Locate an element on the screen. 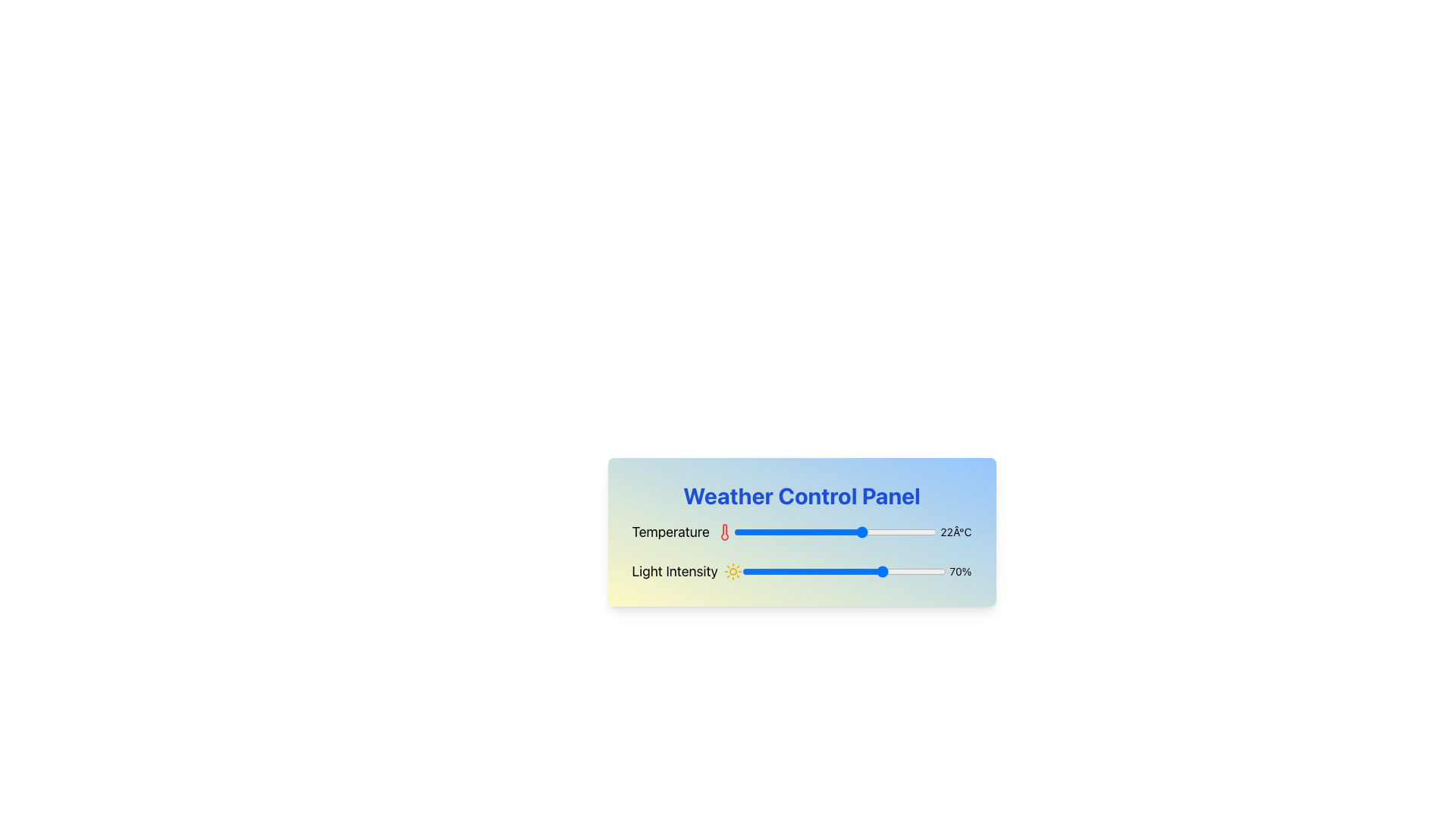  the temperature slider is located at coordinates (835, 532).